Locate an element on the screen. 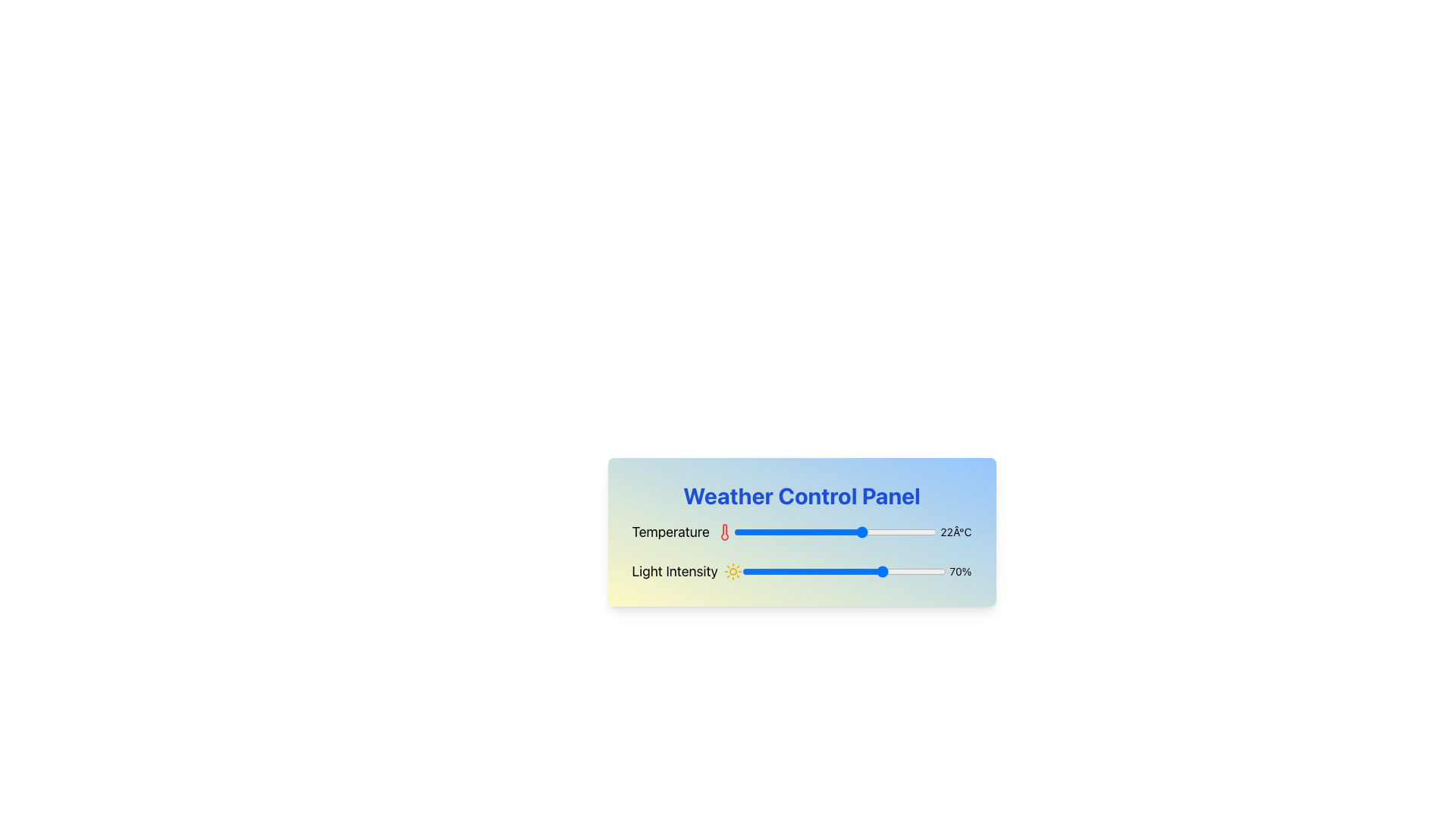  the temperature slider is located at coordinates (835, 532).